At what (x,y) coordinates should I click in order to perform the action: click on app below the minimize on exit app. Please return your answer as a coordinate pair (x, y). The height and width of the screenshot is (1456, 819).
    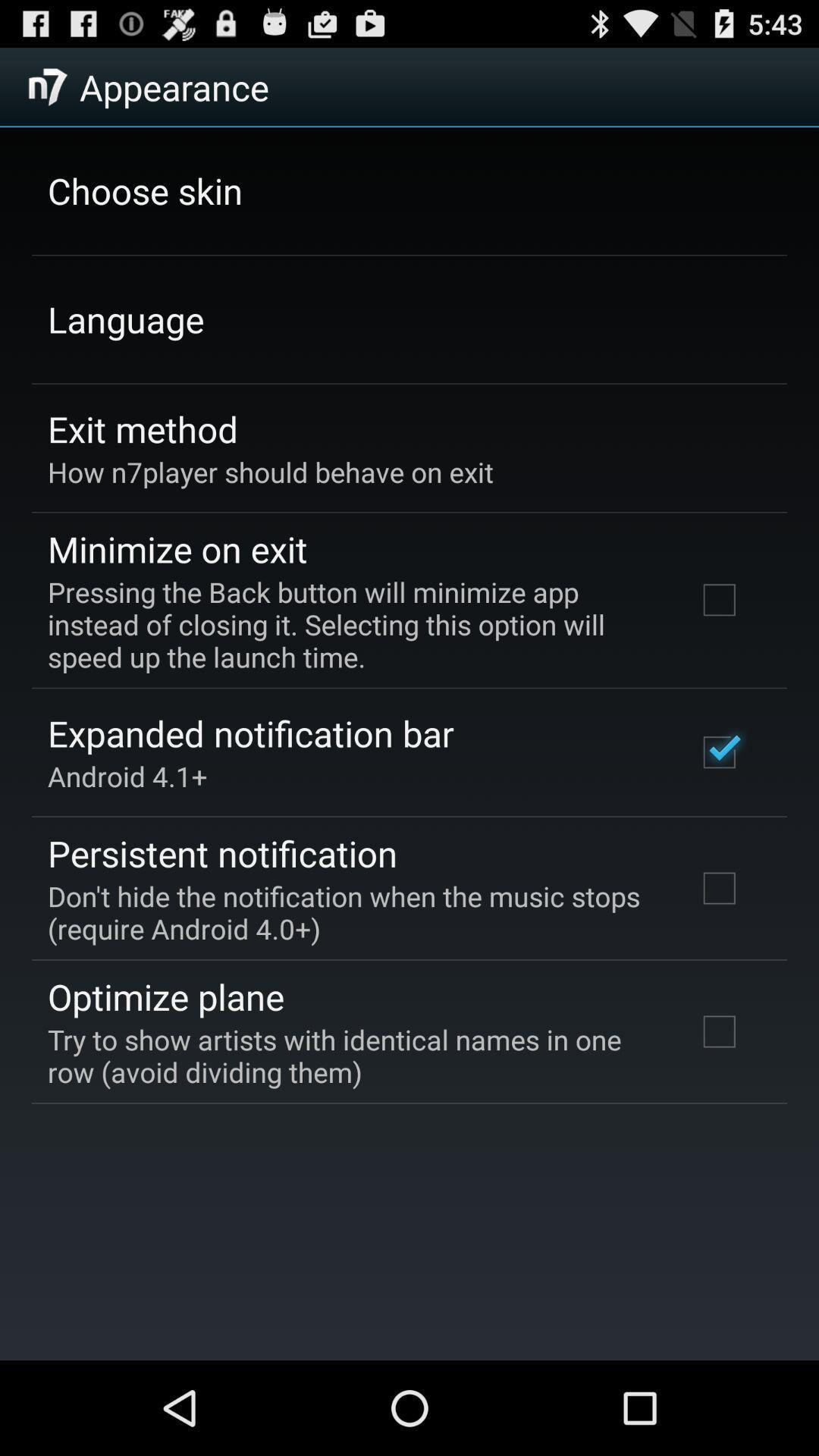
    Looking at the image, I should click on (351, 624).